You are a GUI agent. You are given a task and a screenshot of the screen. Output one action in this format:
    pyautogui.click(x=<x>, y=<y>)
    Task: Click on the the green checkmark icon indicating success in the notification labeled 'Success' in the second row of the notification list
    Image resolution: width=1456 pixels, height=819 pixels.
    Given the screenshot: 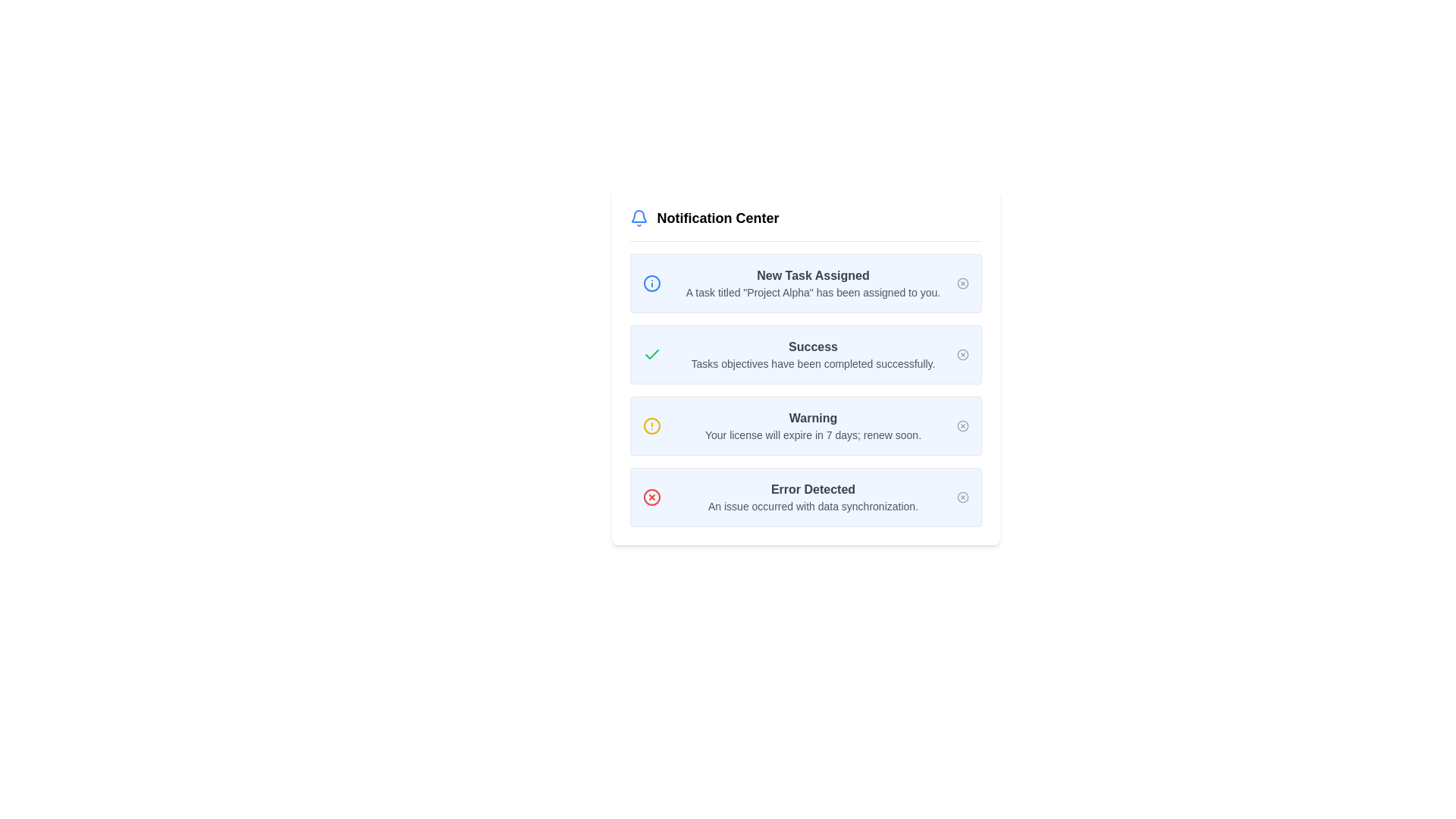 What is the action you would take?
    pyautogui.click(x=651, y=354)
    